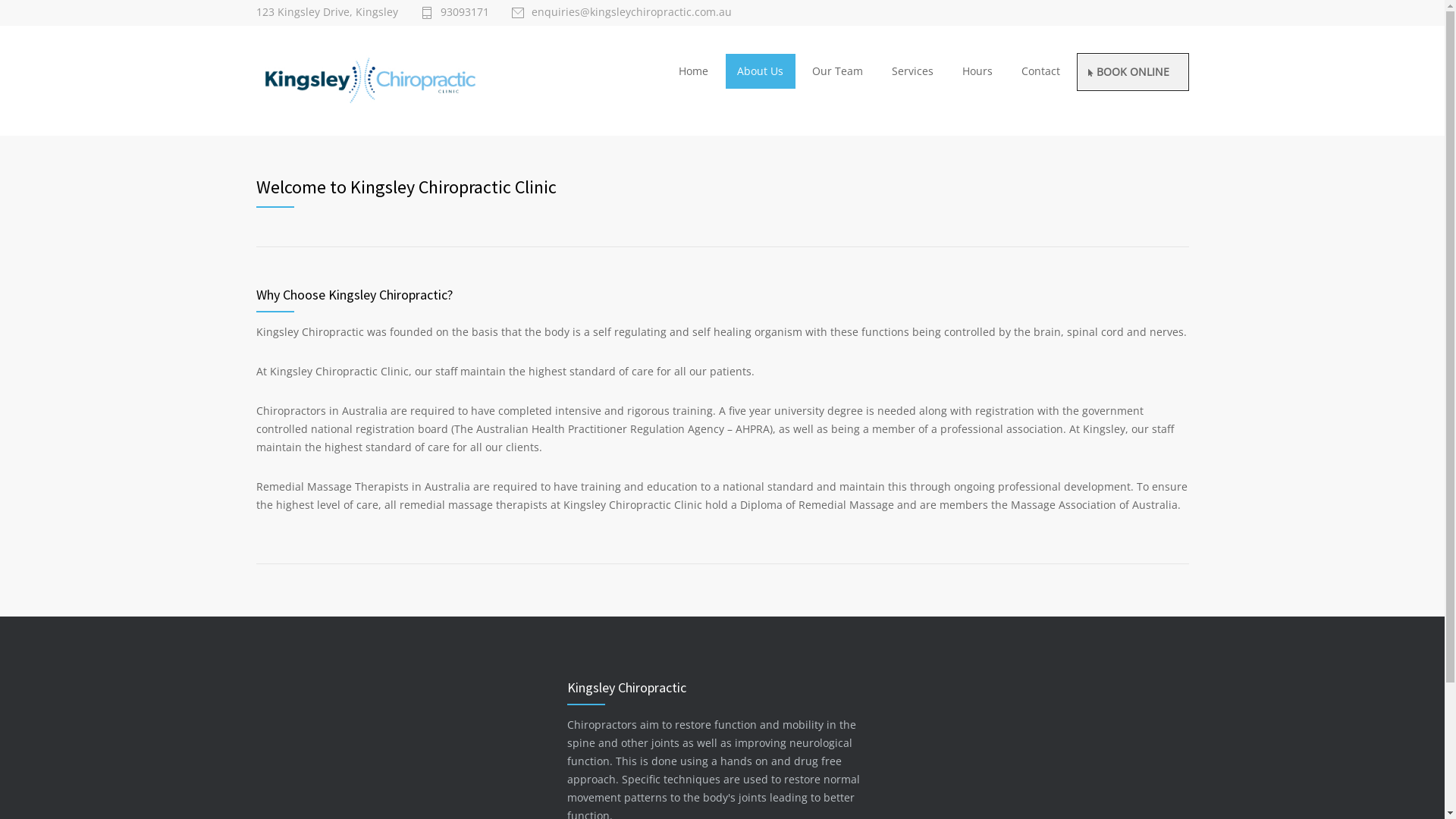 The width and height of the screenshot is (1456, 819). Describe the element at coordinates (836, 71) in the screenshot. I see `'Our Team'` at that location.